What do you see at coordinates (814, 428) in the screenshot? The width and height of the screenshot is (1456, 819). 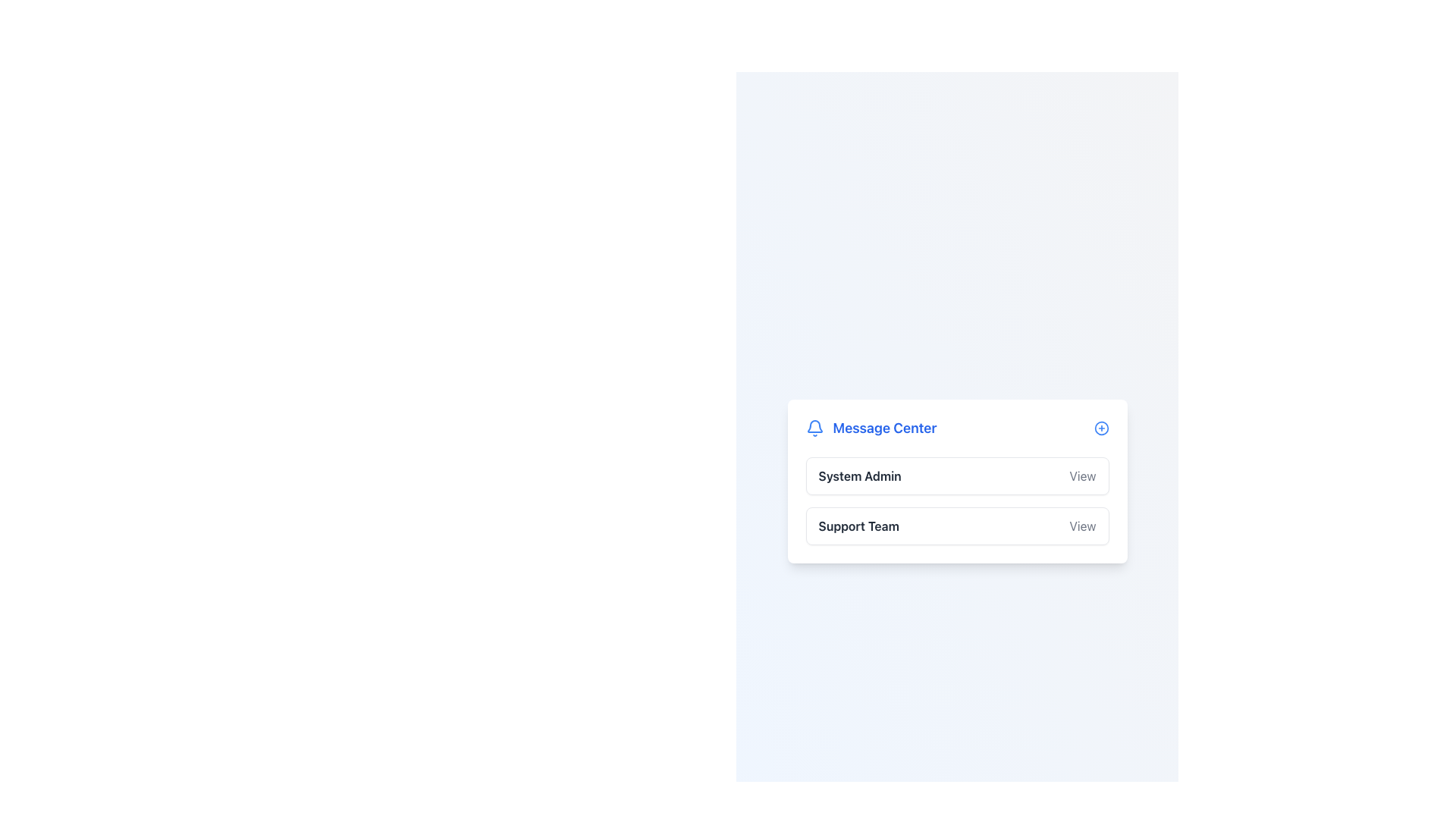 I see `the bell-shaped icon with a blue stroke located in the top left corner of the 'Message Center' section, next to the label 'Message Center'` at bounding box center [814, 428].